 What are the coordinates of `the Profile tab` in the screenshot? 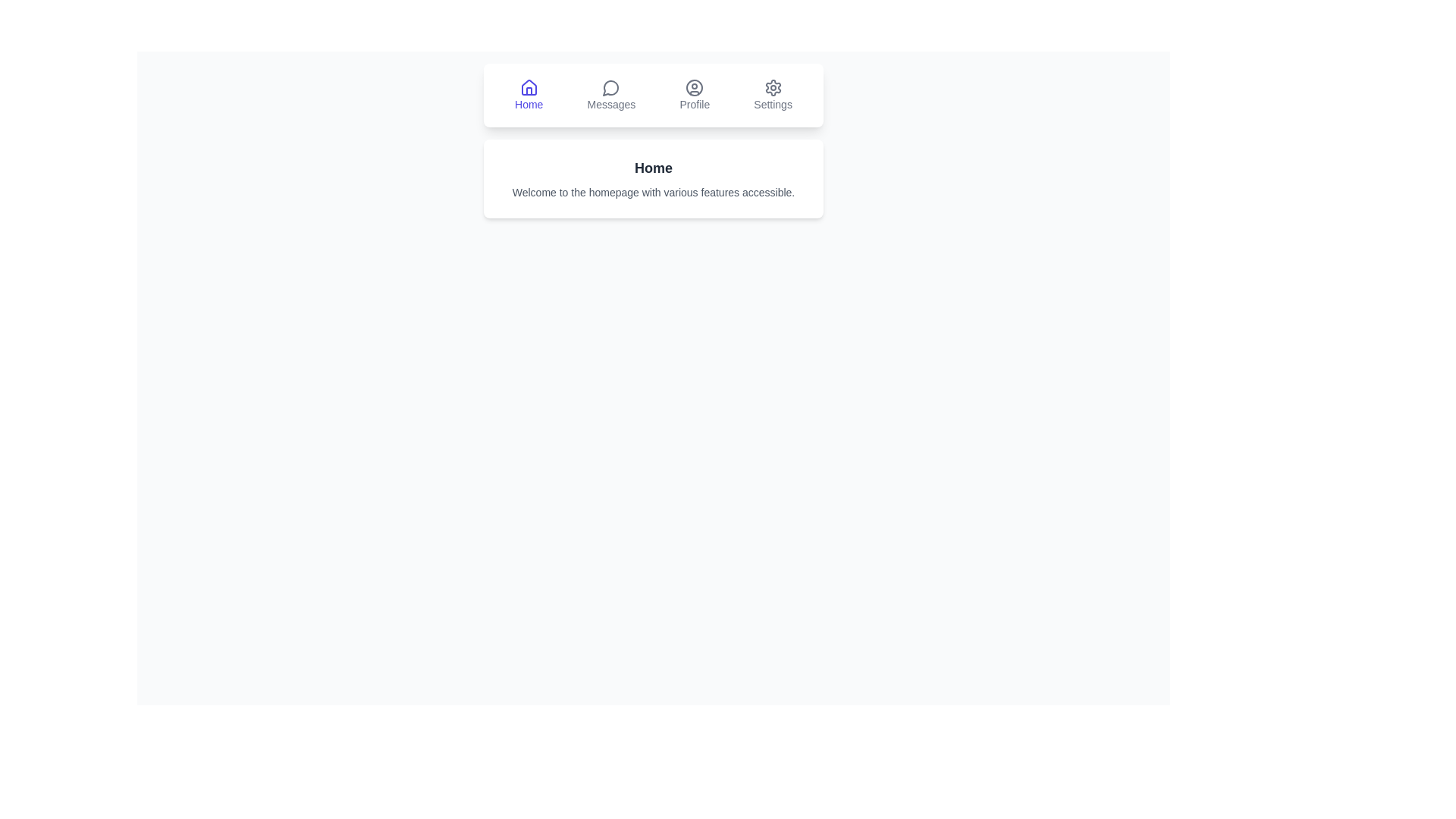 It's located at (694, 96).